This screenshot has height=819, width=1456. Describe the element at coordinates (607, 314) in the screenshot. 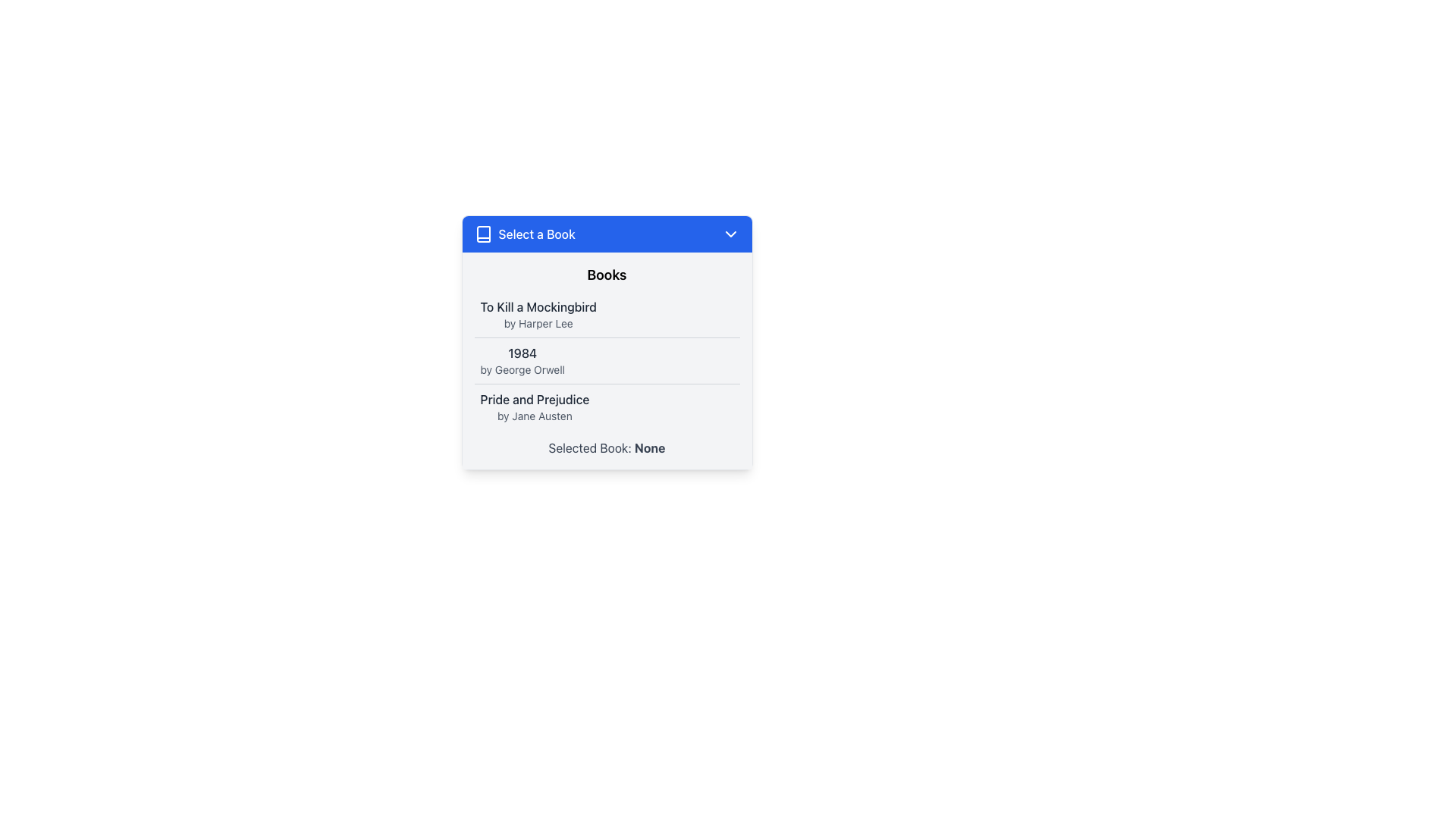

I see `the first List Item displaying the title 'To Kill a Mockingbird' and subtitle 'by Harper Lee'` at that location.